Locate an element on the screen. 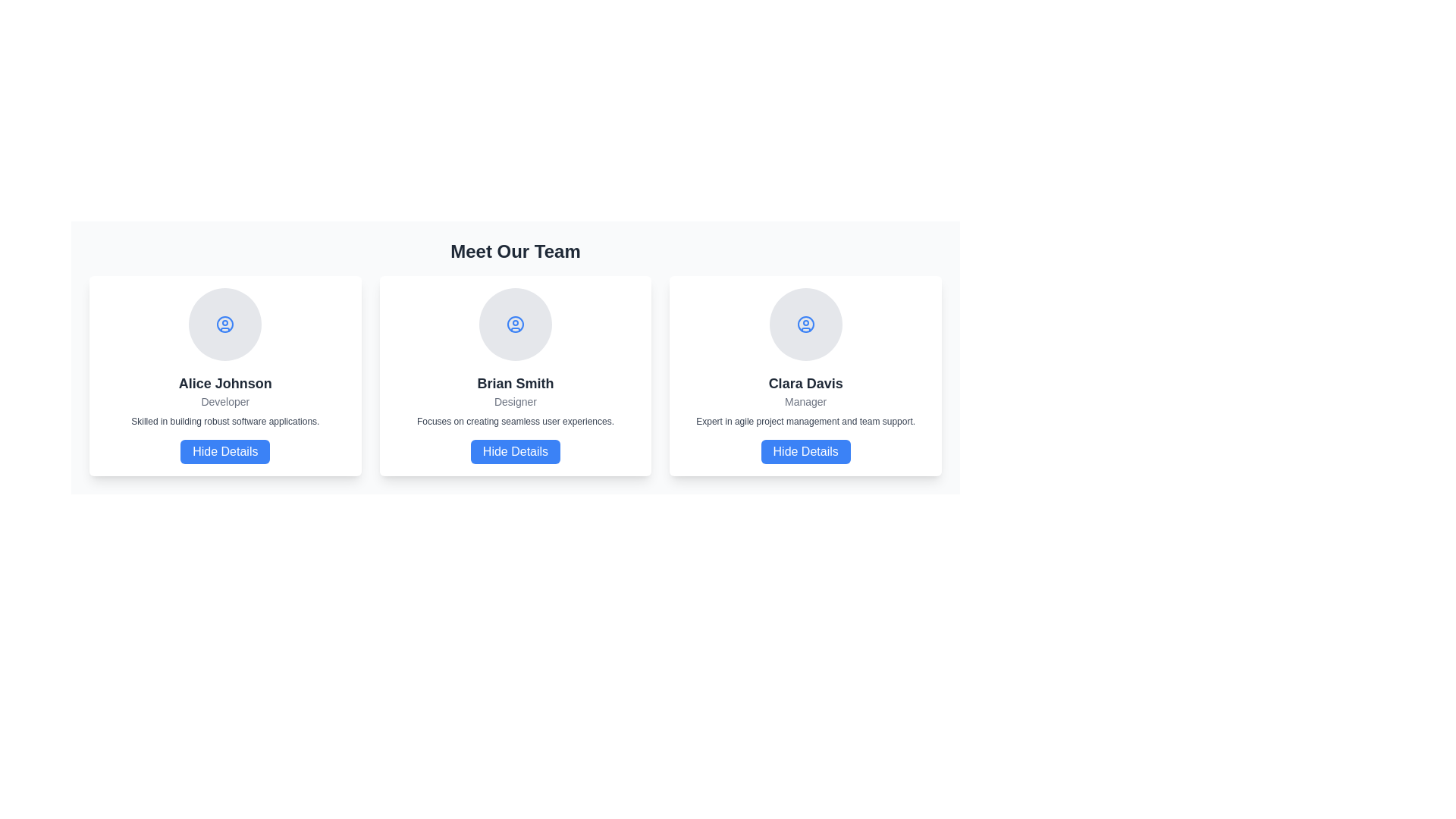 Image resolution: width=1456 pixels, height=819 pixels. the bold text element reading 'Alice Johnson', which is positioned below a circular avatar and above the smaller text 'Developer' in the leftmost card of three cards is located at coordinates (224, 382).